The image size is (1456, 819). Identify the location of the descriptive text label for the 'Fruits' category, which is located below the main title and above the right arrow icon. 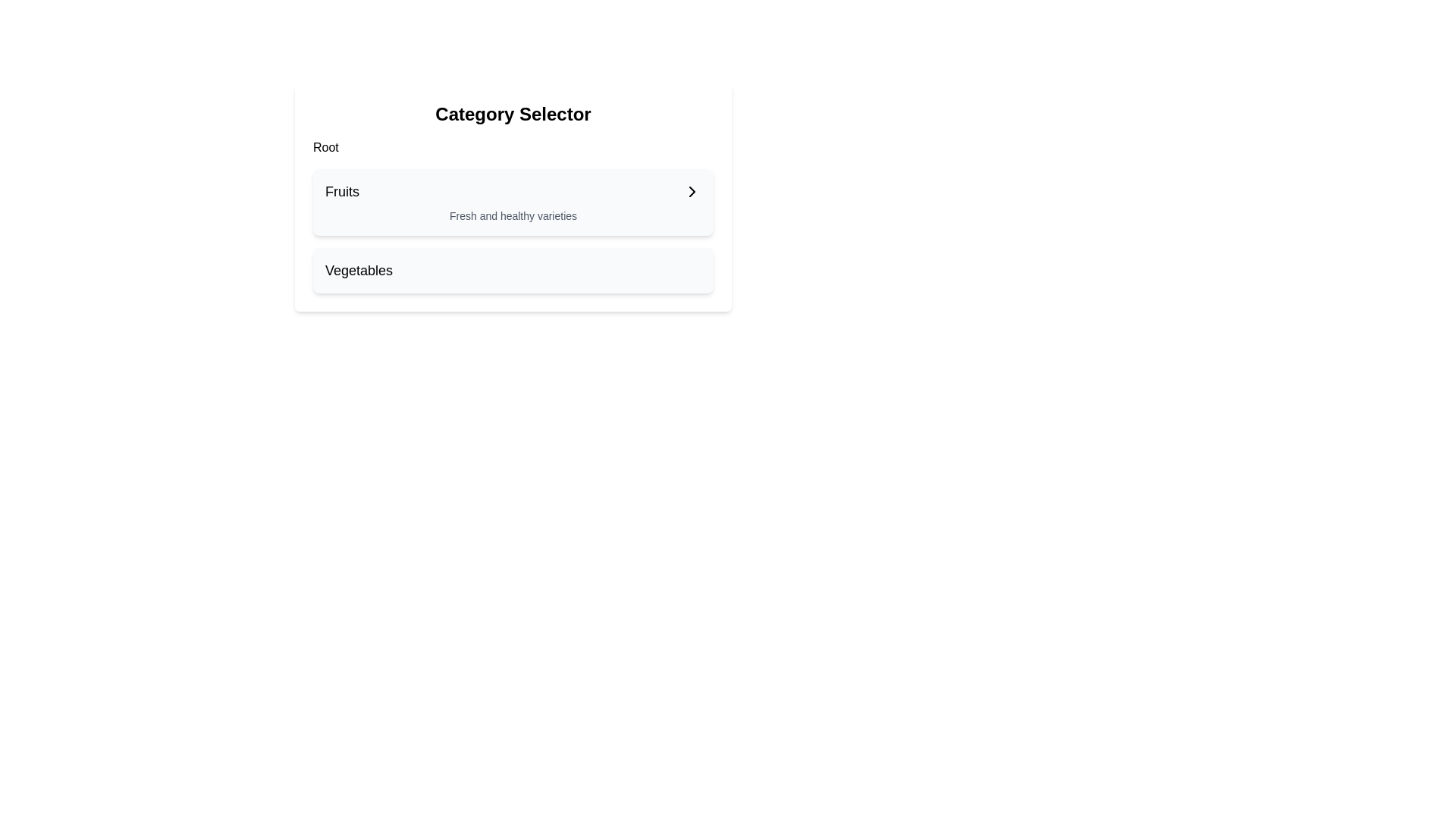
(513, 216).